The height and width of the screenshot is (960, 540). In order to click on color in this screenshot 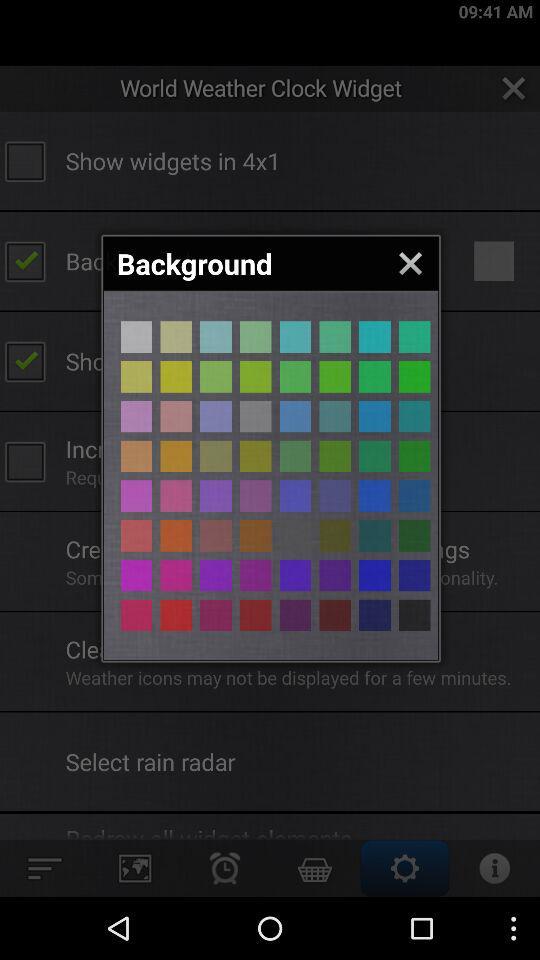, I will do `click(176, 614)`.